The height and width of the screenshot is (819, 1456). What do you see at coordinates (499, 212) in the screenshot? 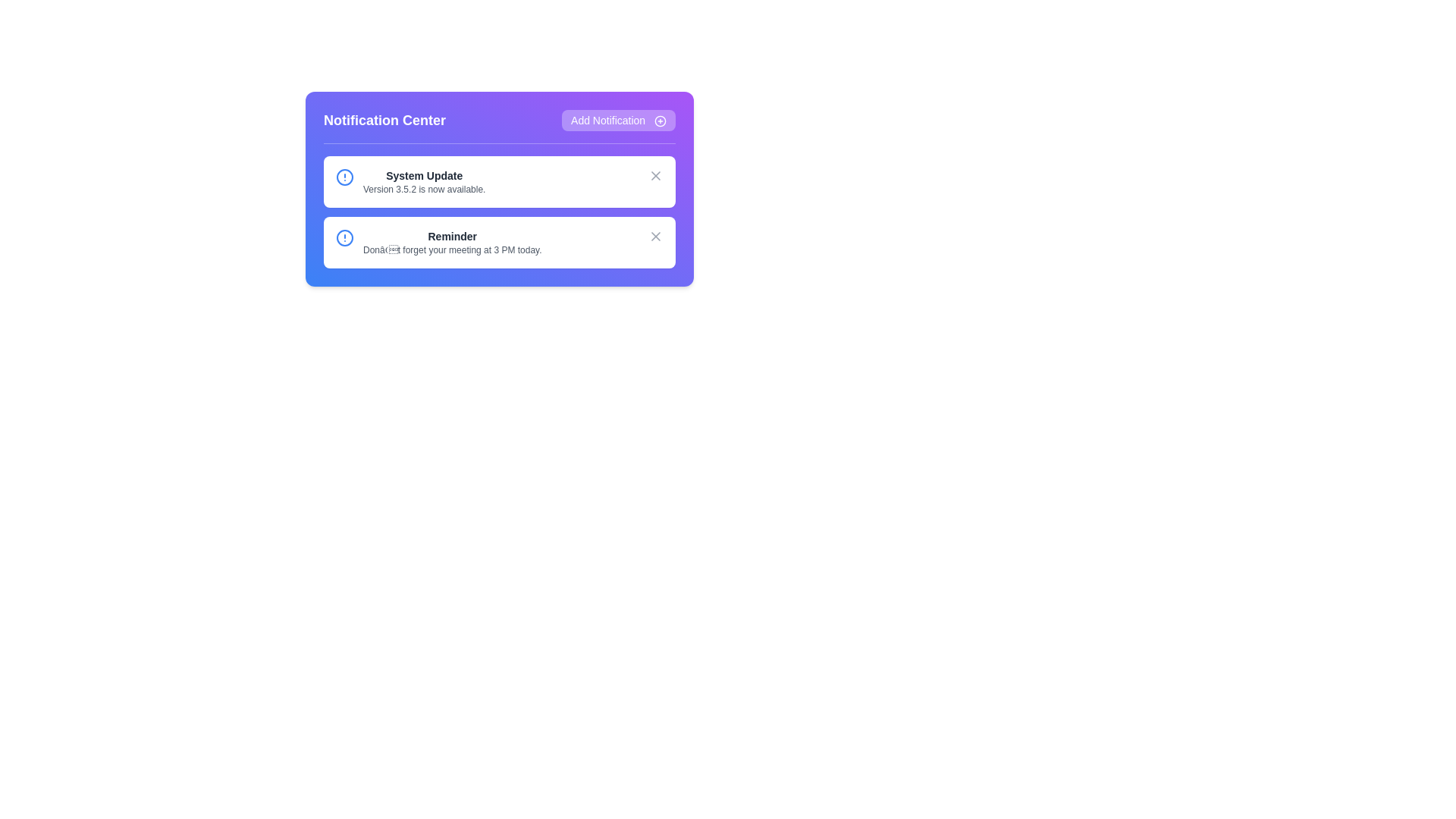
I see `the Notification List element that displays organized notifications for the user, located in the center of the Notification Center layout` at bounding box center [499, 212].